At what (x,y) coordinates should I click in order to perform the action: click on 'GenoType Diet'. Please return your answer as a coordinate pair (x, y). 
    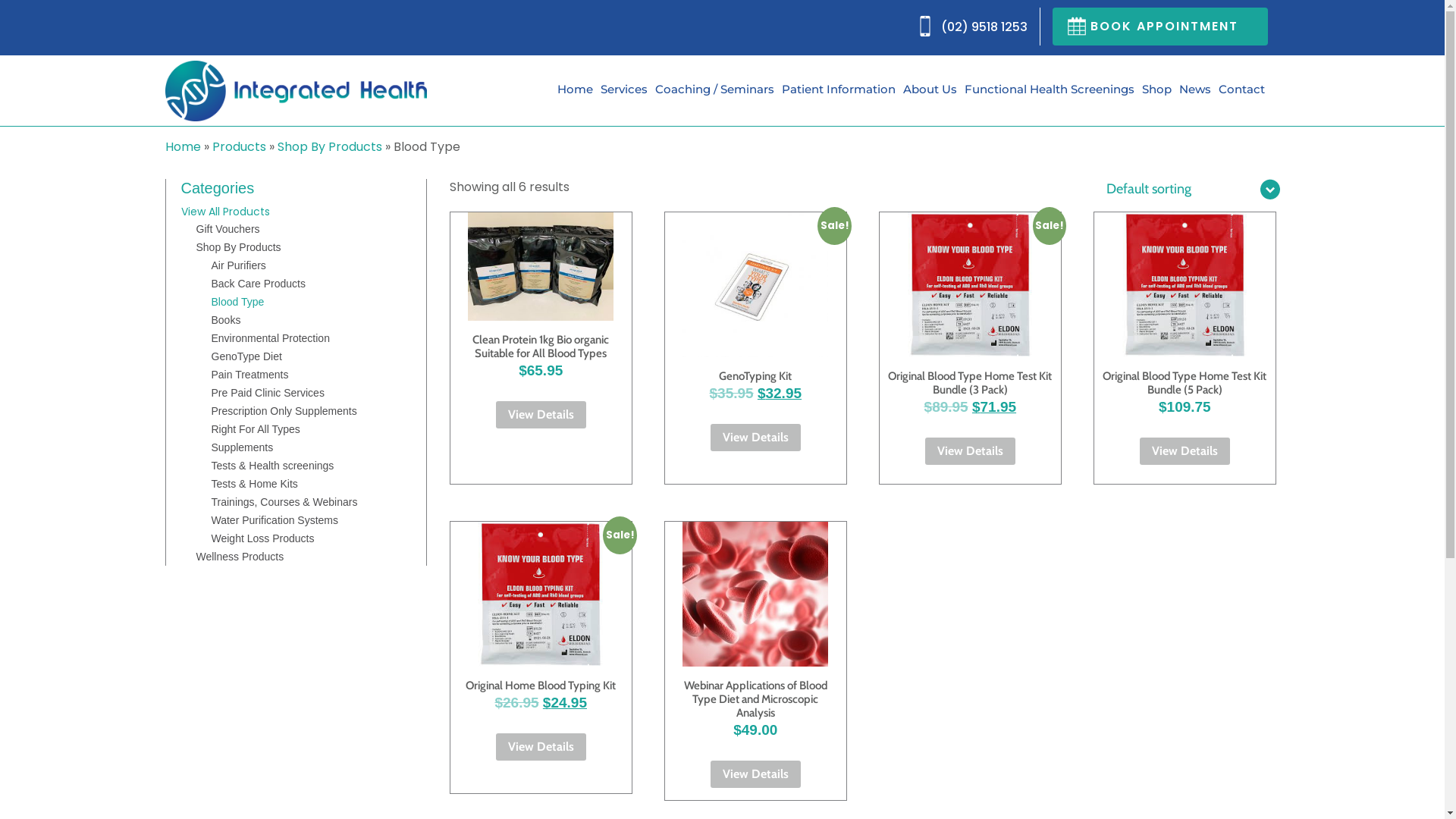
    Looking at the image, I should click on (246, 356).